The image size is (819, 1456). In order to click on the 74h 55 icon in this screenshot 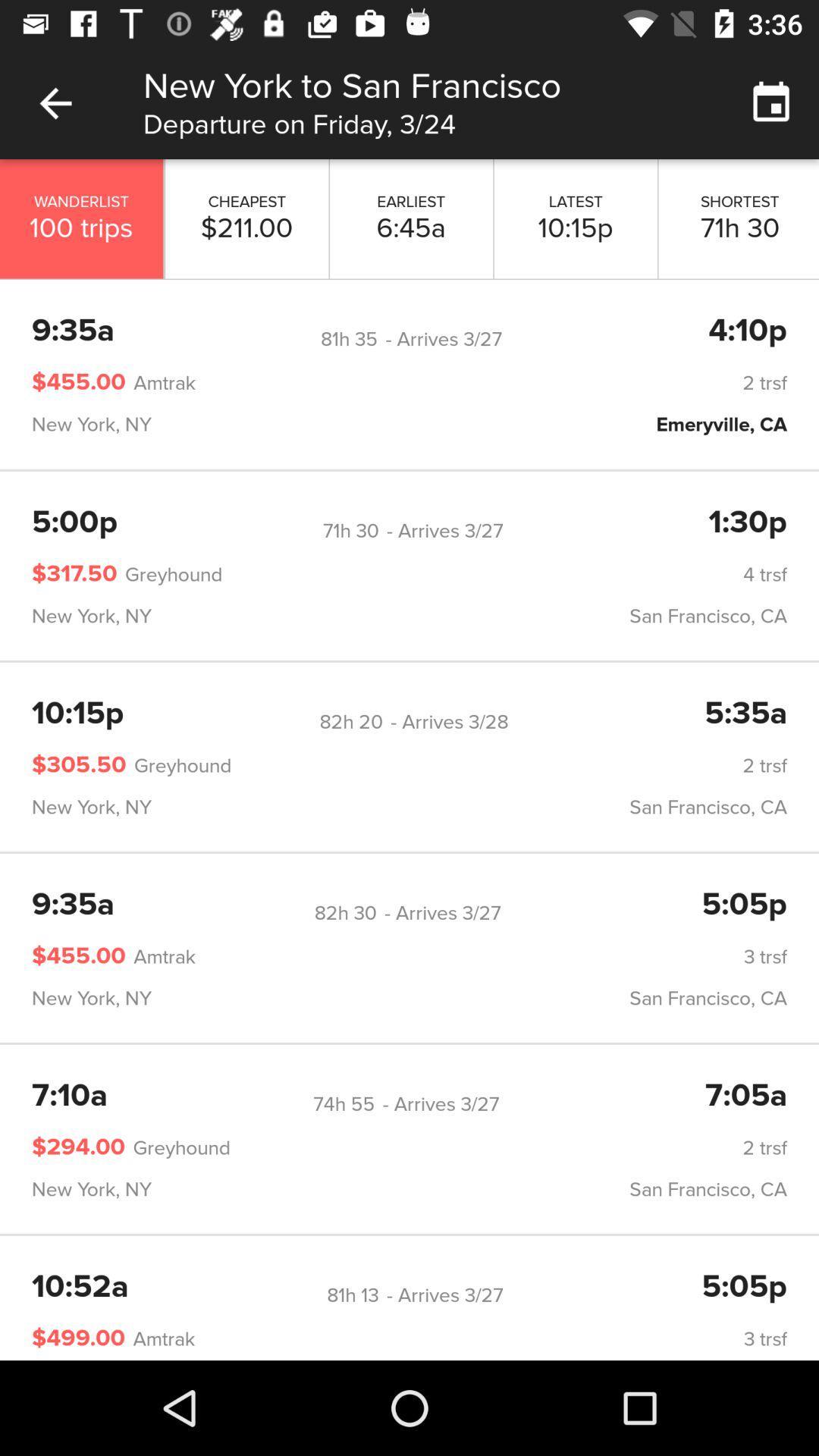, I will do `click(344, 1104)`.